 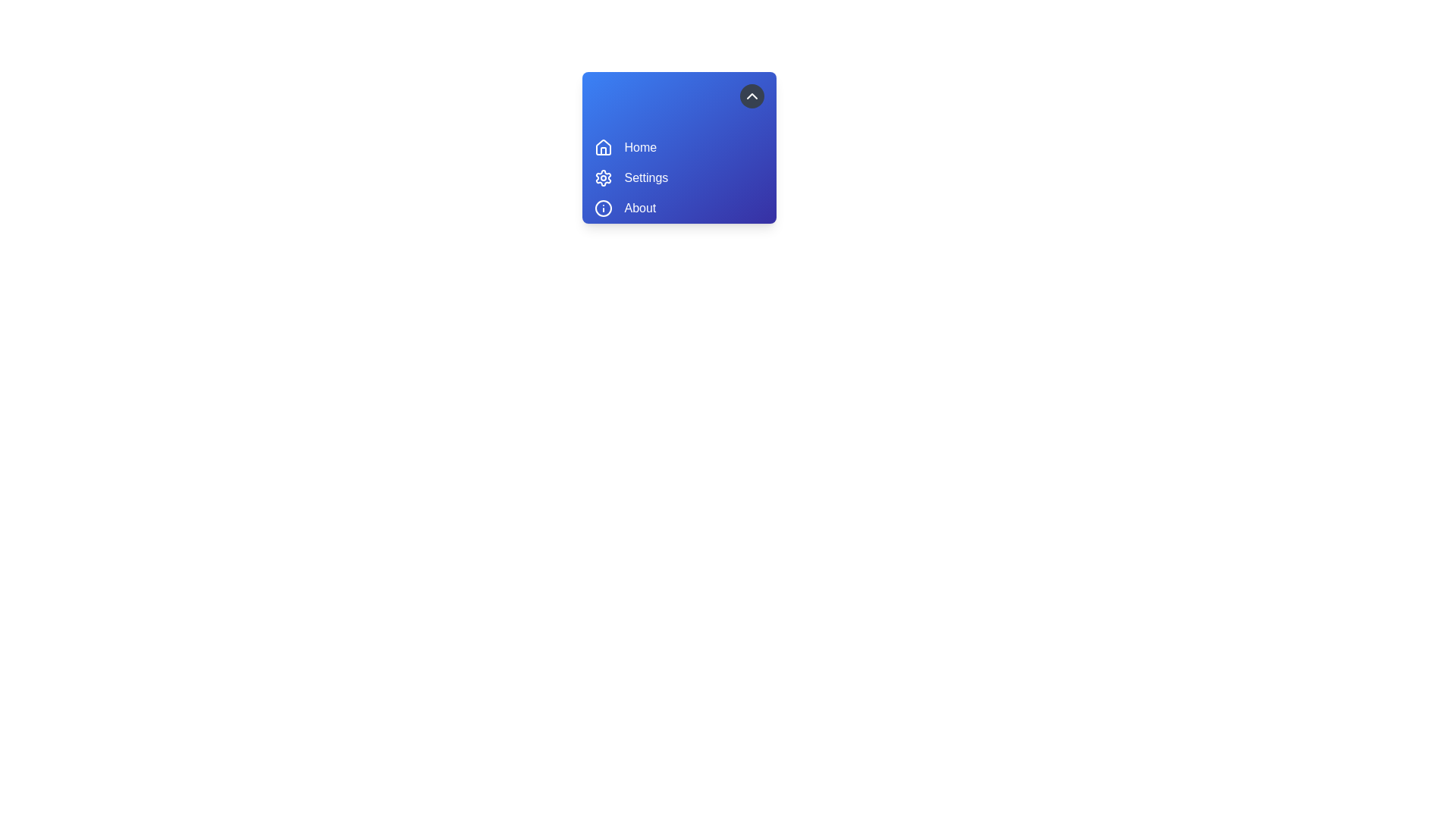 What do you see at coordinates (678, 148) in the screenshot?
I see `the topmost menu item in the navigation menu, which is positioned directly above the 'Settings' menu item` at bounding box center [678, 148].